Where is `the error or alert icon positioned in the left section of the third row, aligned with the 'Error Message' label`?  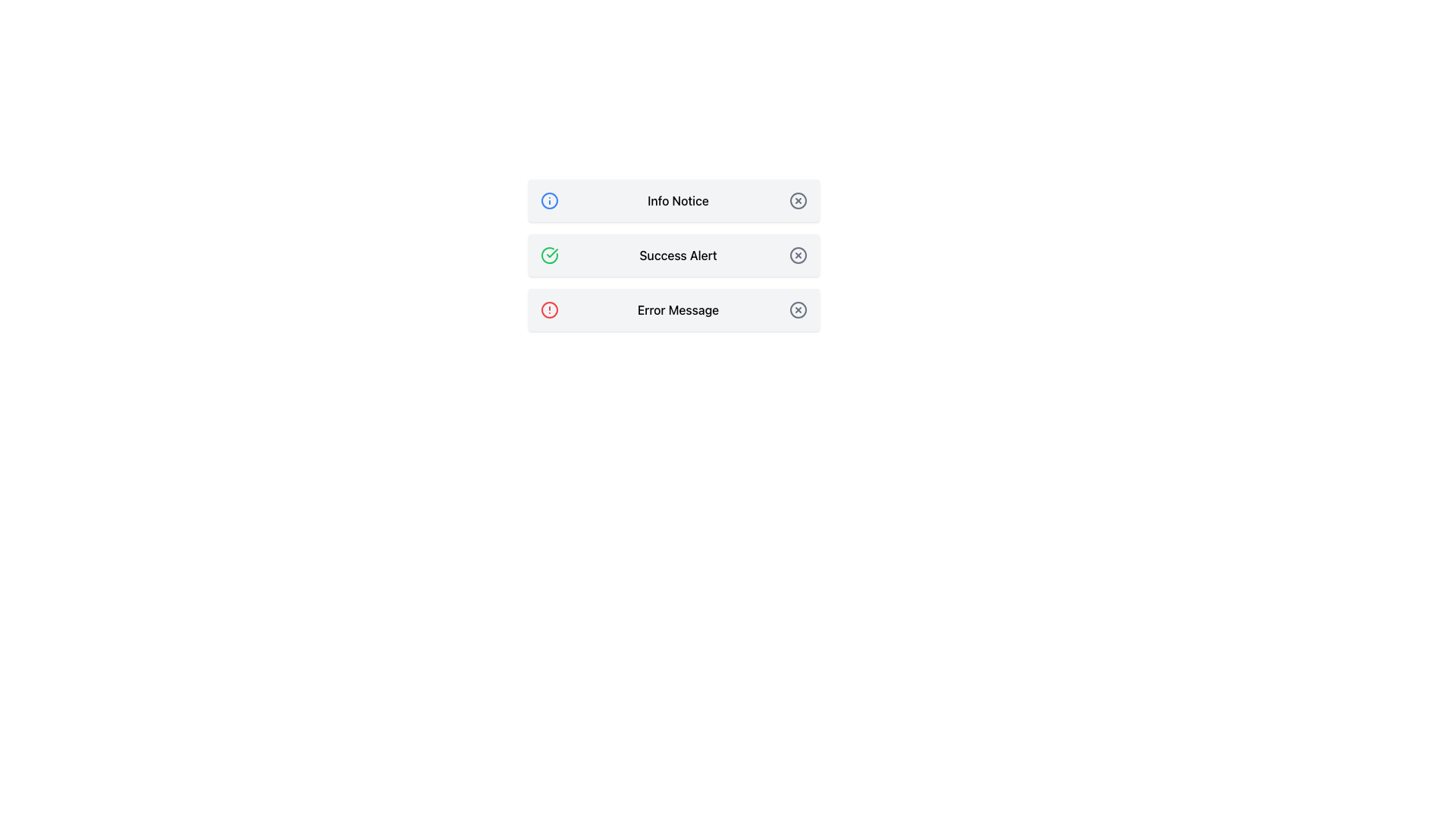
the error or alert icon positioned in the left section of the third row, aligned with the 'Error Message' label is located at coordinates (548, 309).